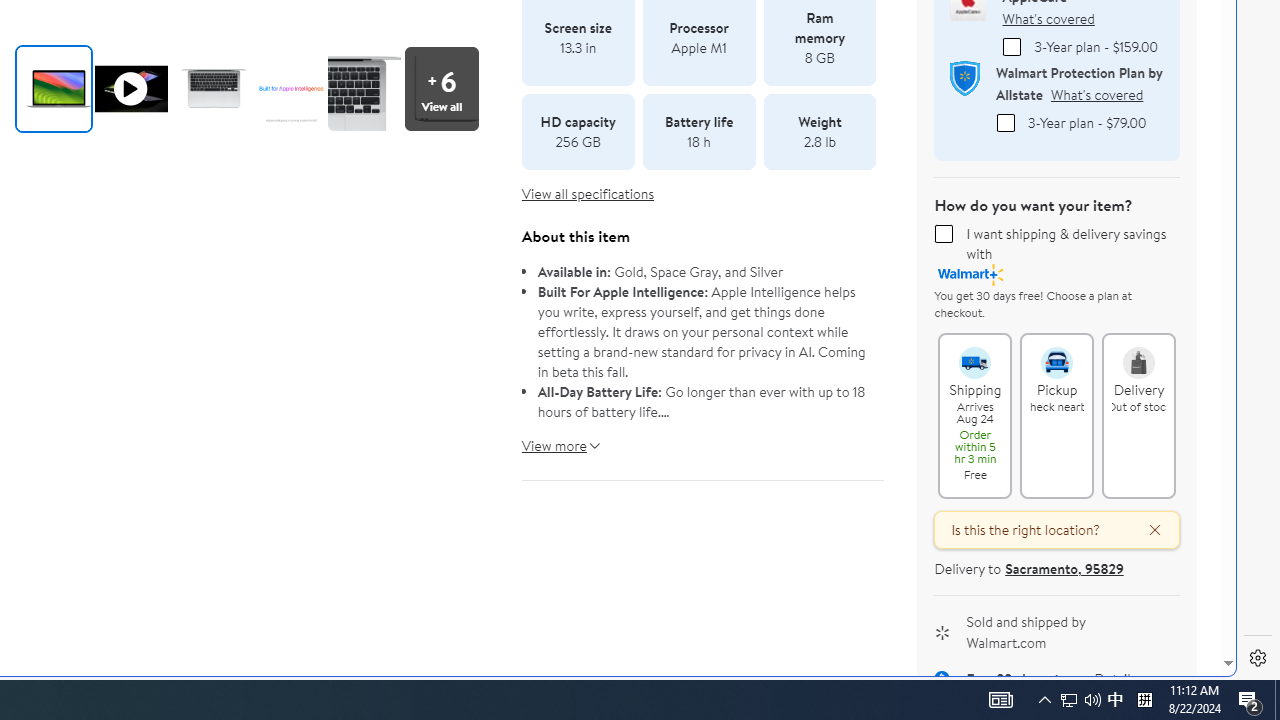  What do you see at coordinates (130, 87) in the screenshot?
I see `'Class: absolute pointer'` at bounding box center [130, 87].